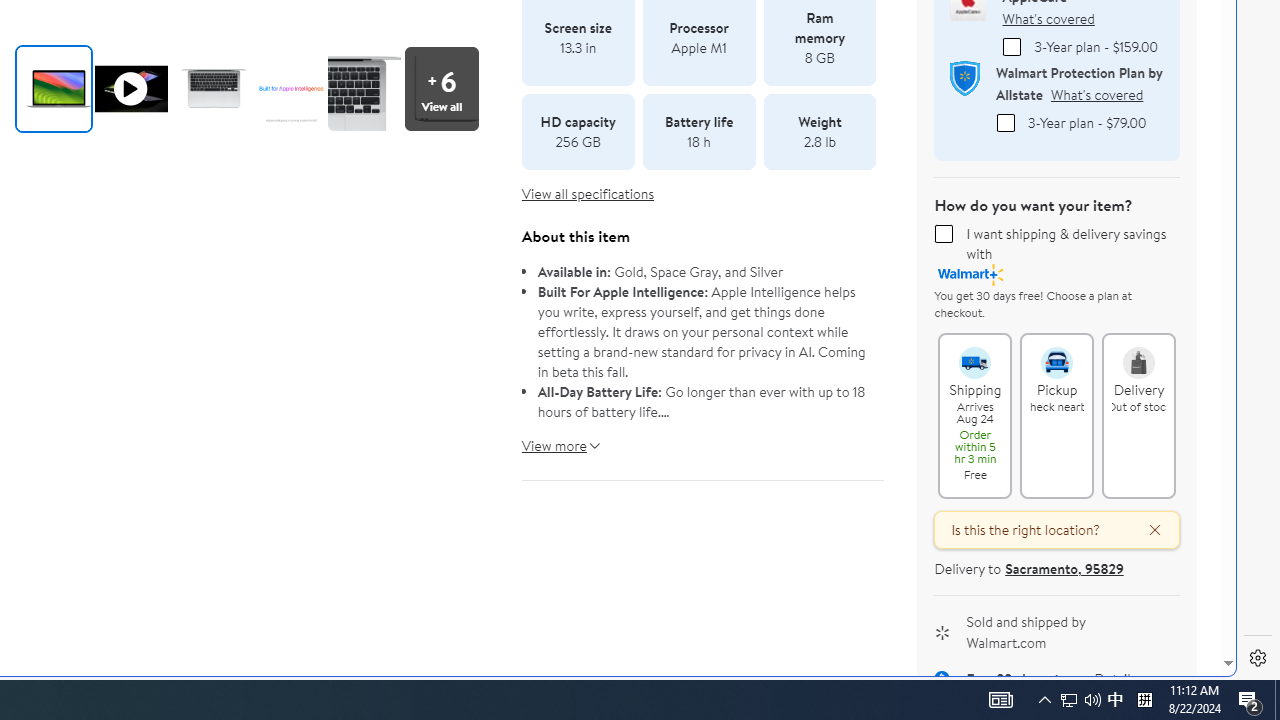  What do you see at coordinates (130, 87) in the screenshot?
I see `'Class: absolute pointer'` at bounding box center [130, 87].